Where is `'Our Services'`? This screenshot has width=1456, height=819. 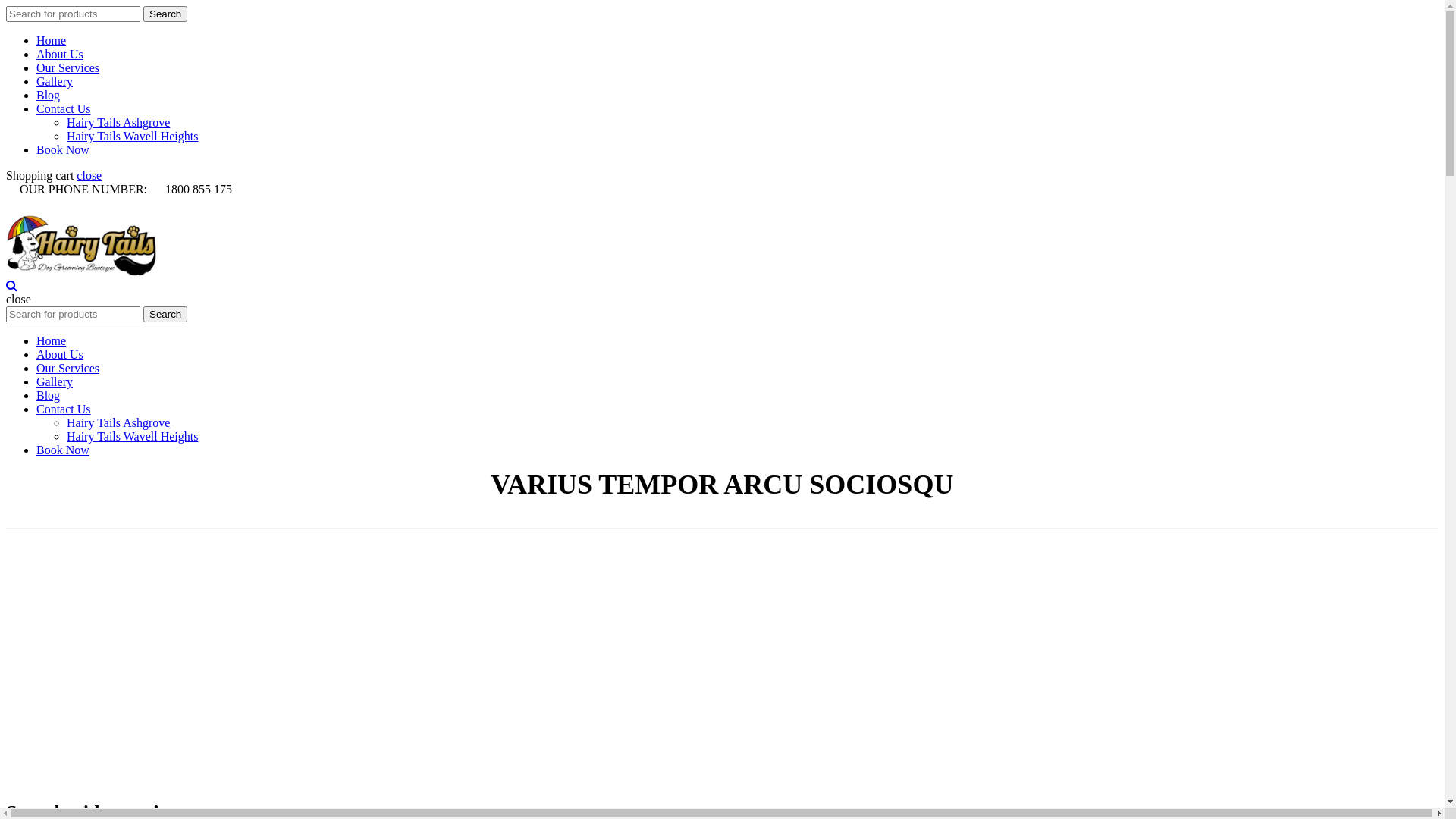
'Our Services' is located at coordinates (36, 67).